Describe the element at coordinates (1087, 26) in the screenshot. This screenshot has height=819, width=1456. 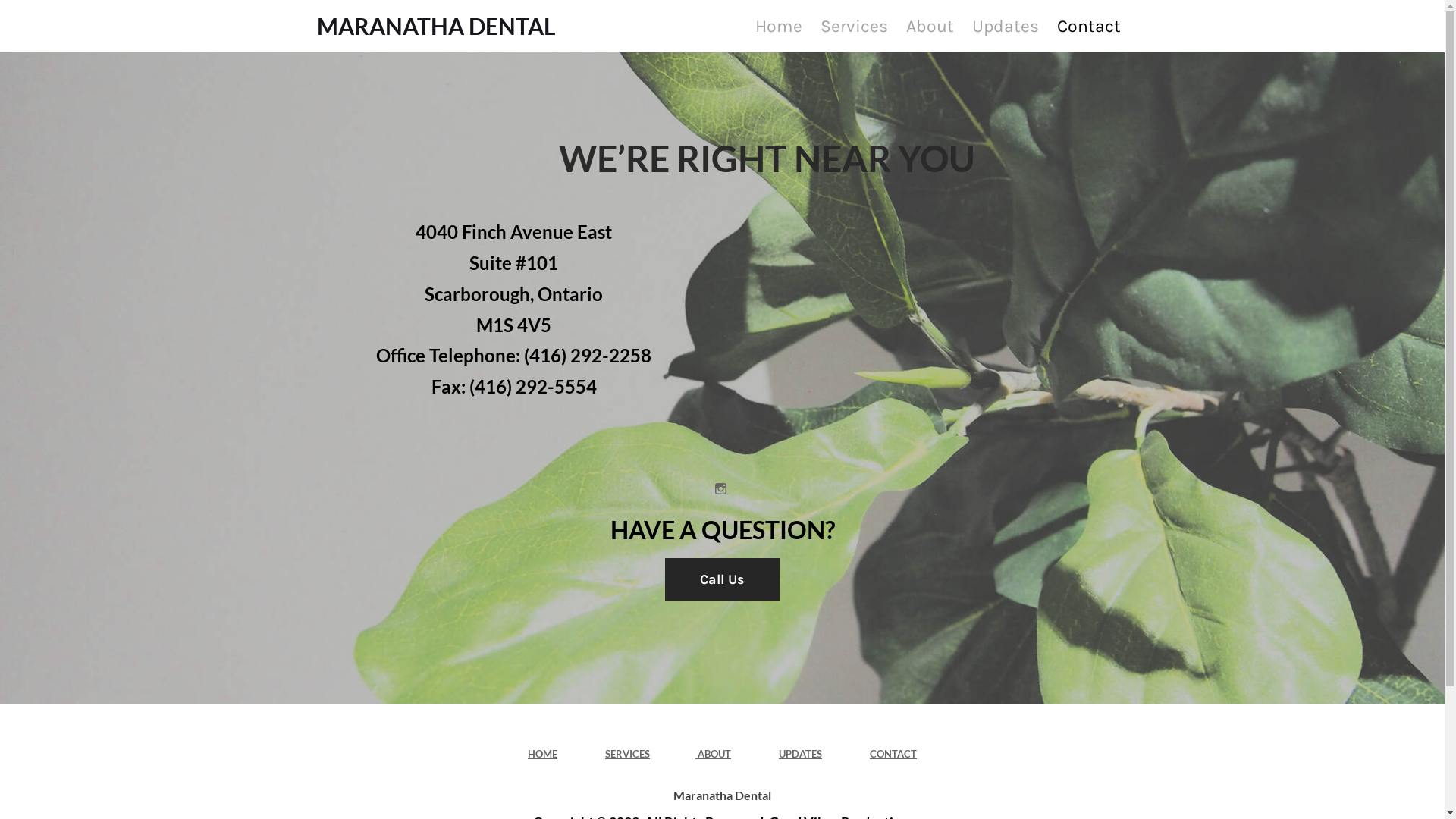
I see `'Contact'` at that location.